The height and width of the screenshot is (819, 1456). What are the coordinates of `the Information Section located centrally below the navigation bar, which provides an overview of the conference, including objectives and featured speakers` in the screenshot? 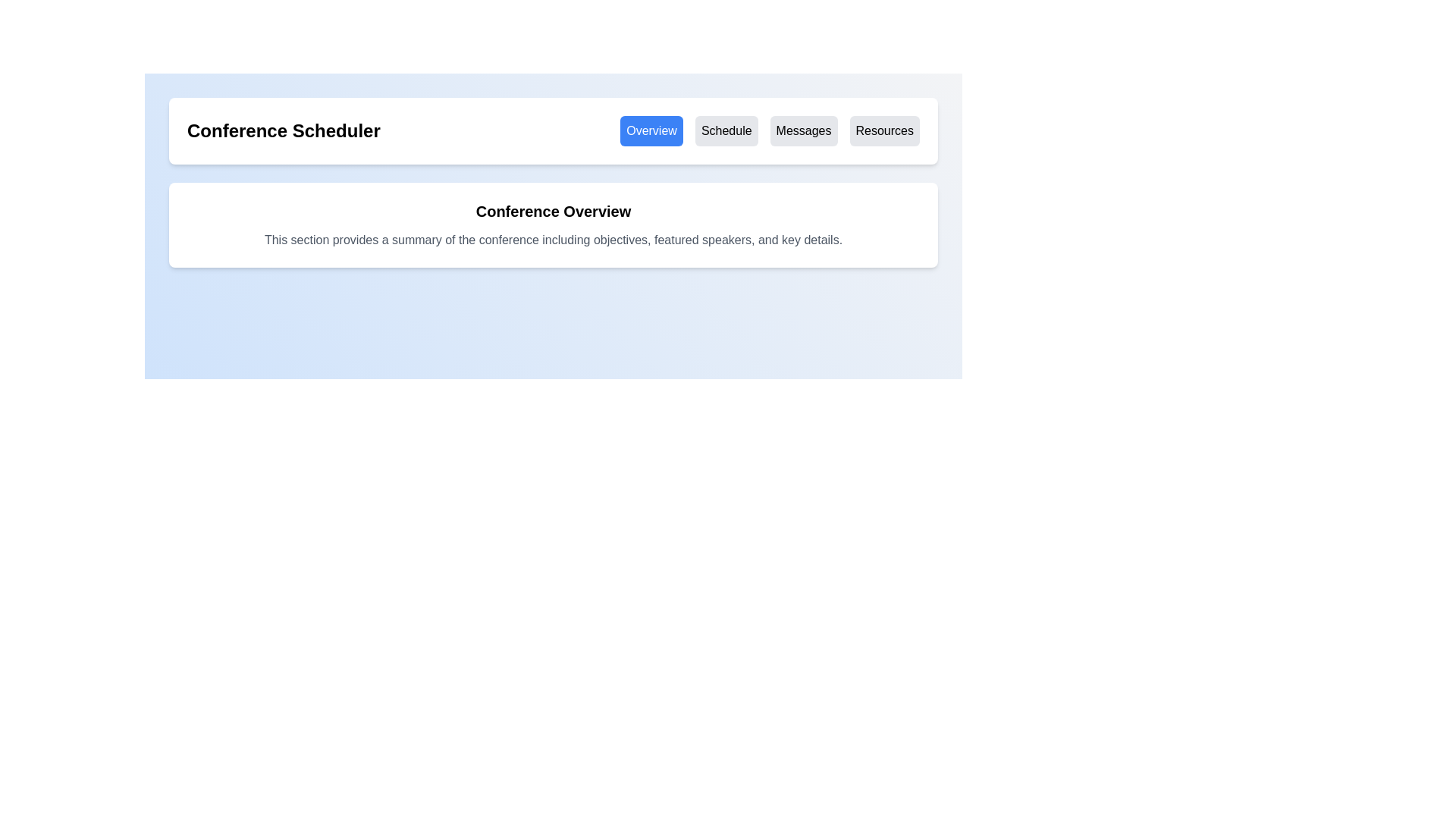 It's located at (552, 225).